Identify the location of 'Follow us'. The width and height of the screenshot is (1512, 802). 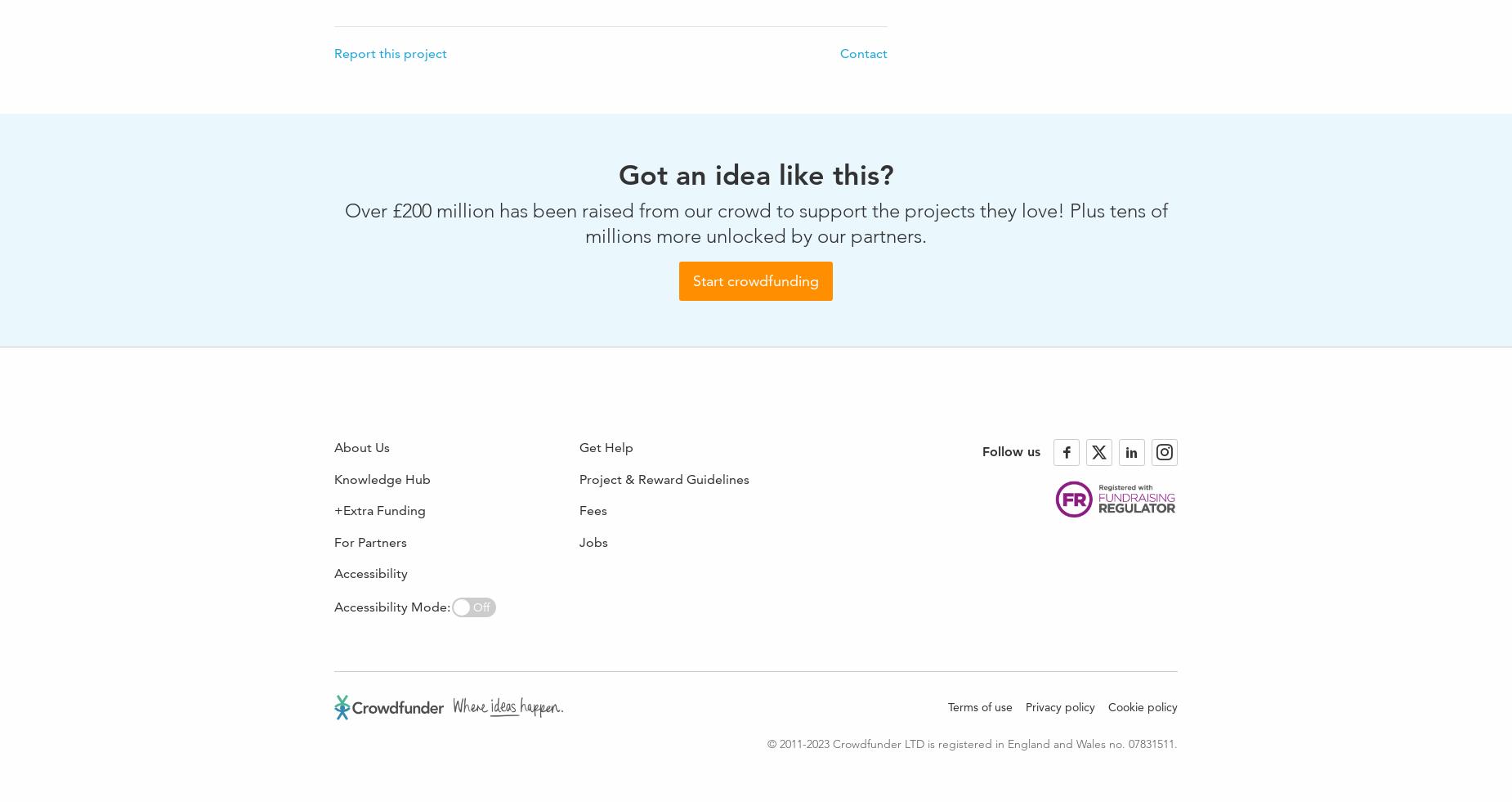
(1010, 451).